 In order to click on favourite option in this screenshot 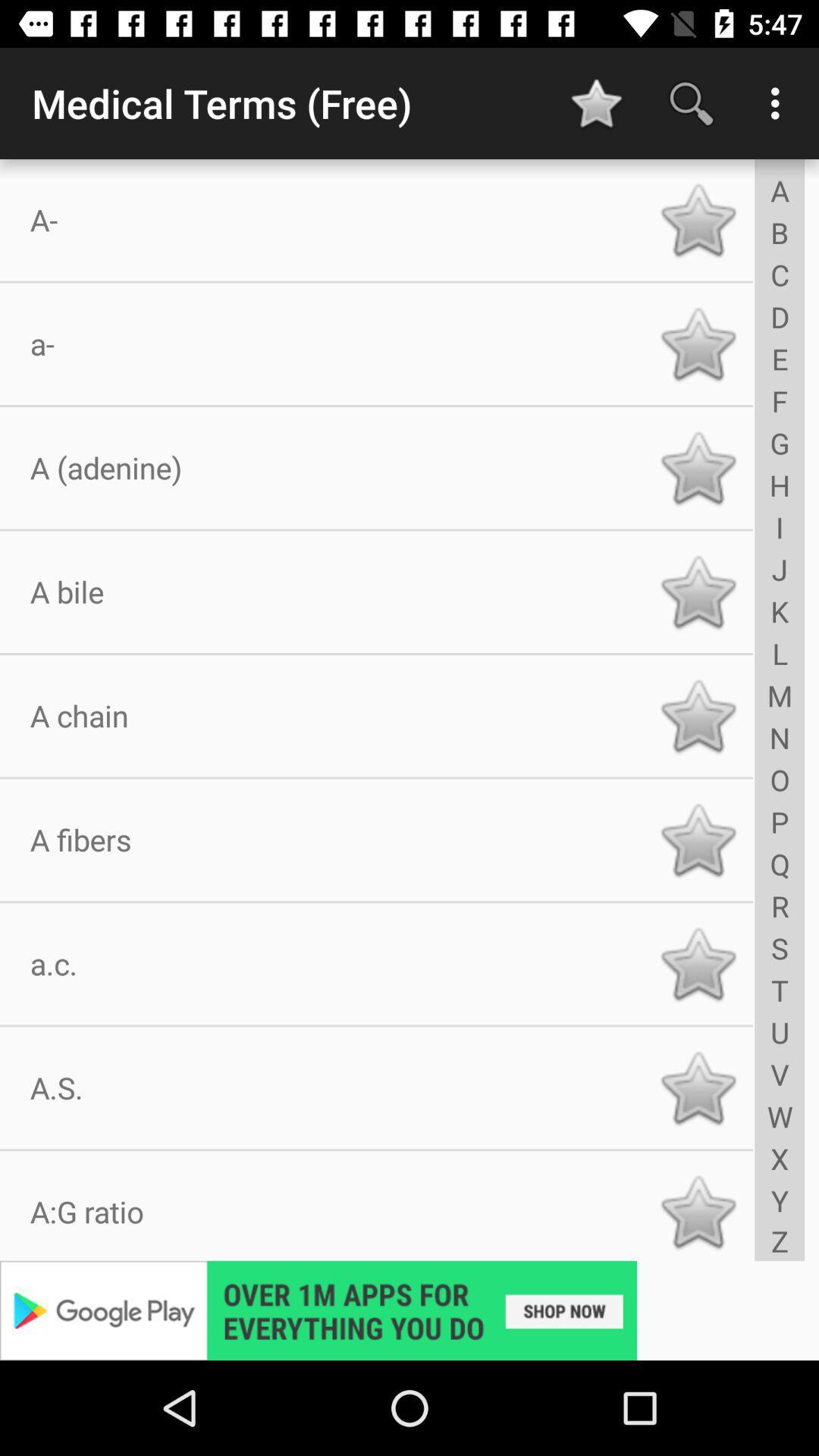, I will do `click(698, 343)`.